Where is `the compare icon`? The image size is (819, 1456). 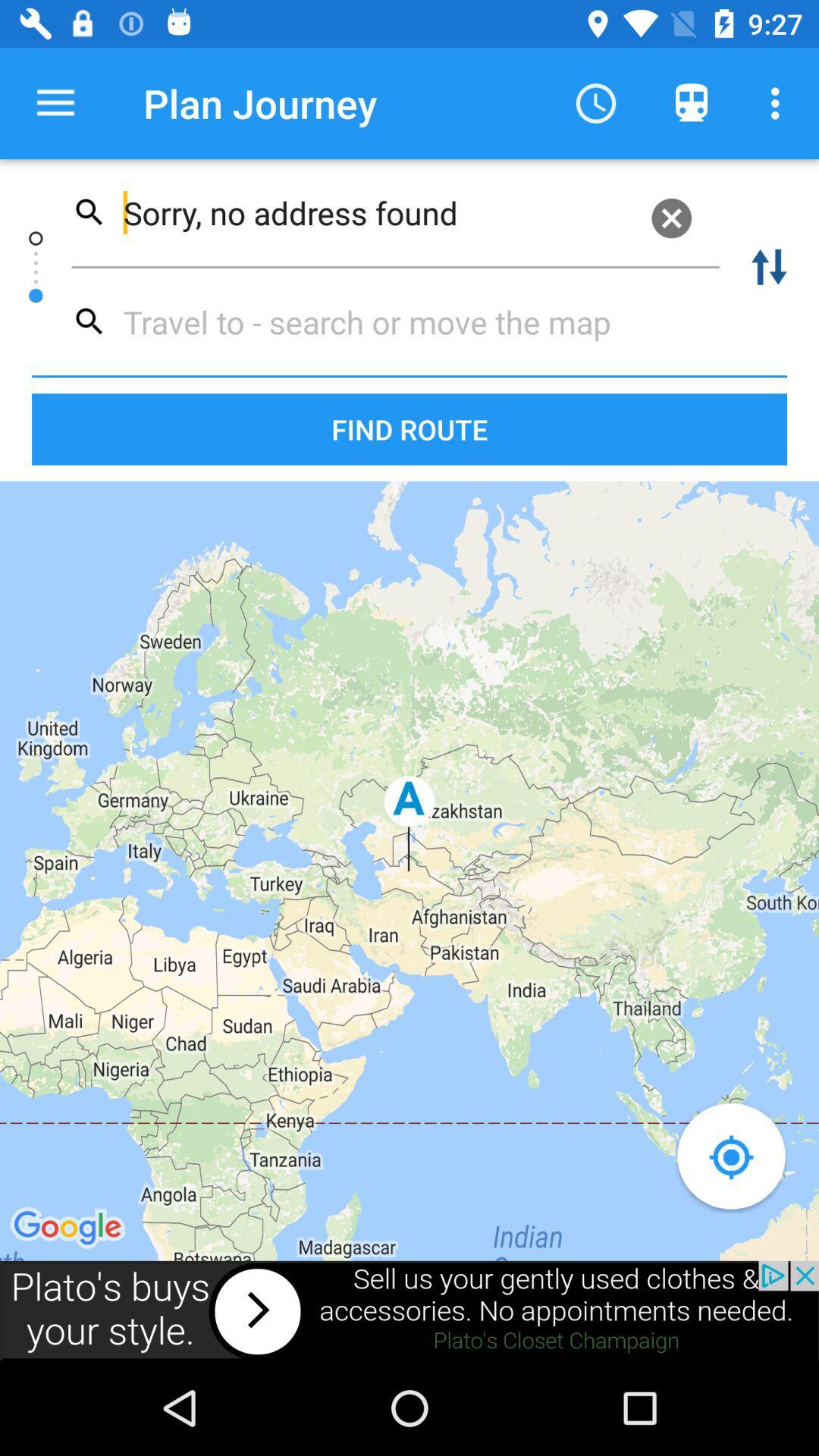
the compare icon is located at coordinates (769, 267).